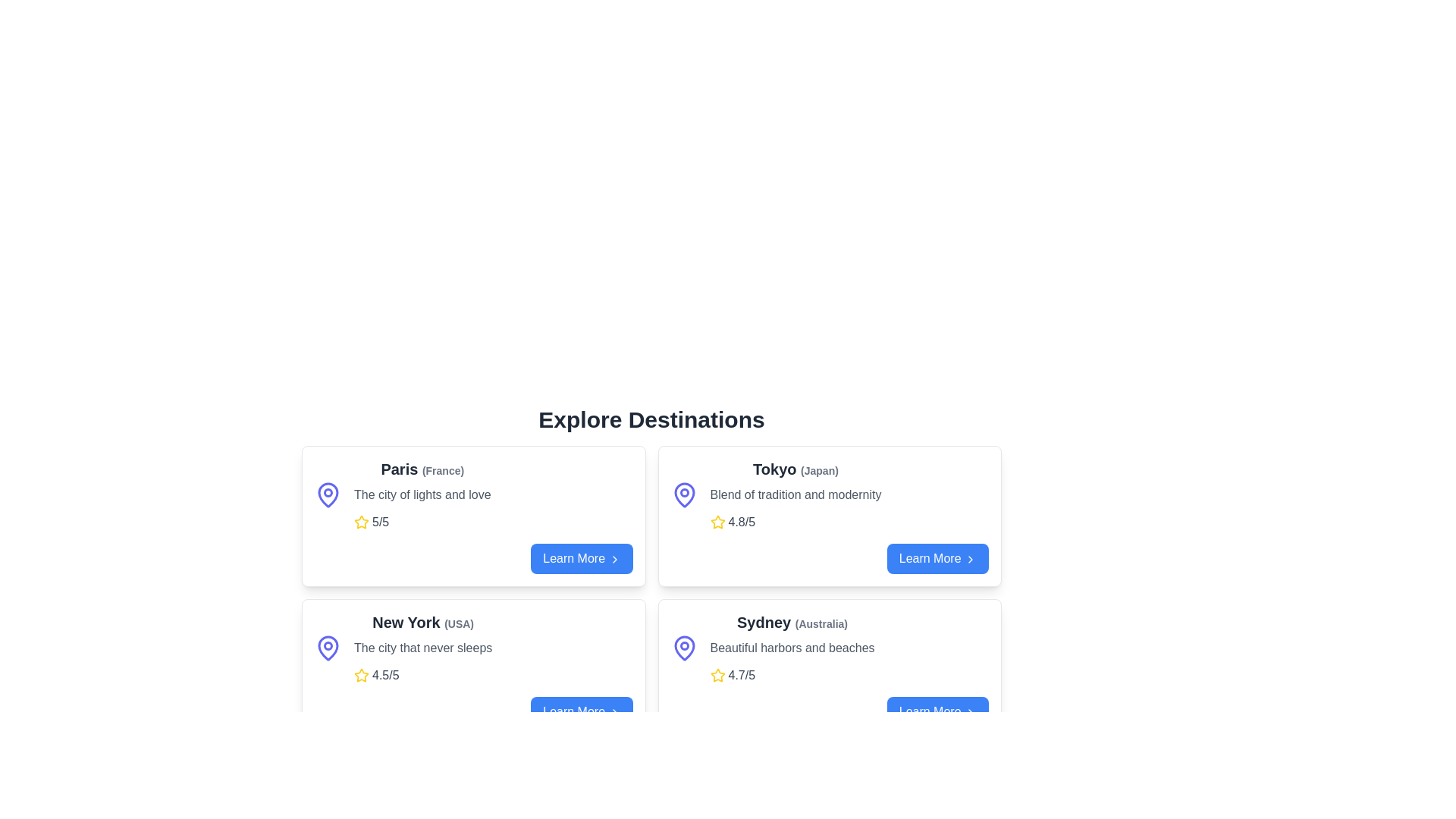  I want to click on the Text display block that provides details about Tokyo, located in the right column of the top row of the grid layout, below 'Explore Destinations', so click(795, 494).